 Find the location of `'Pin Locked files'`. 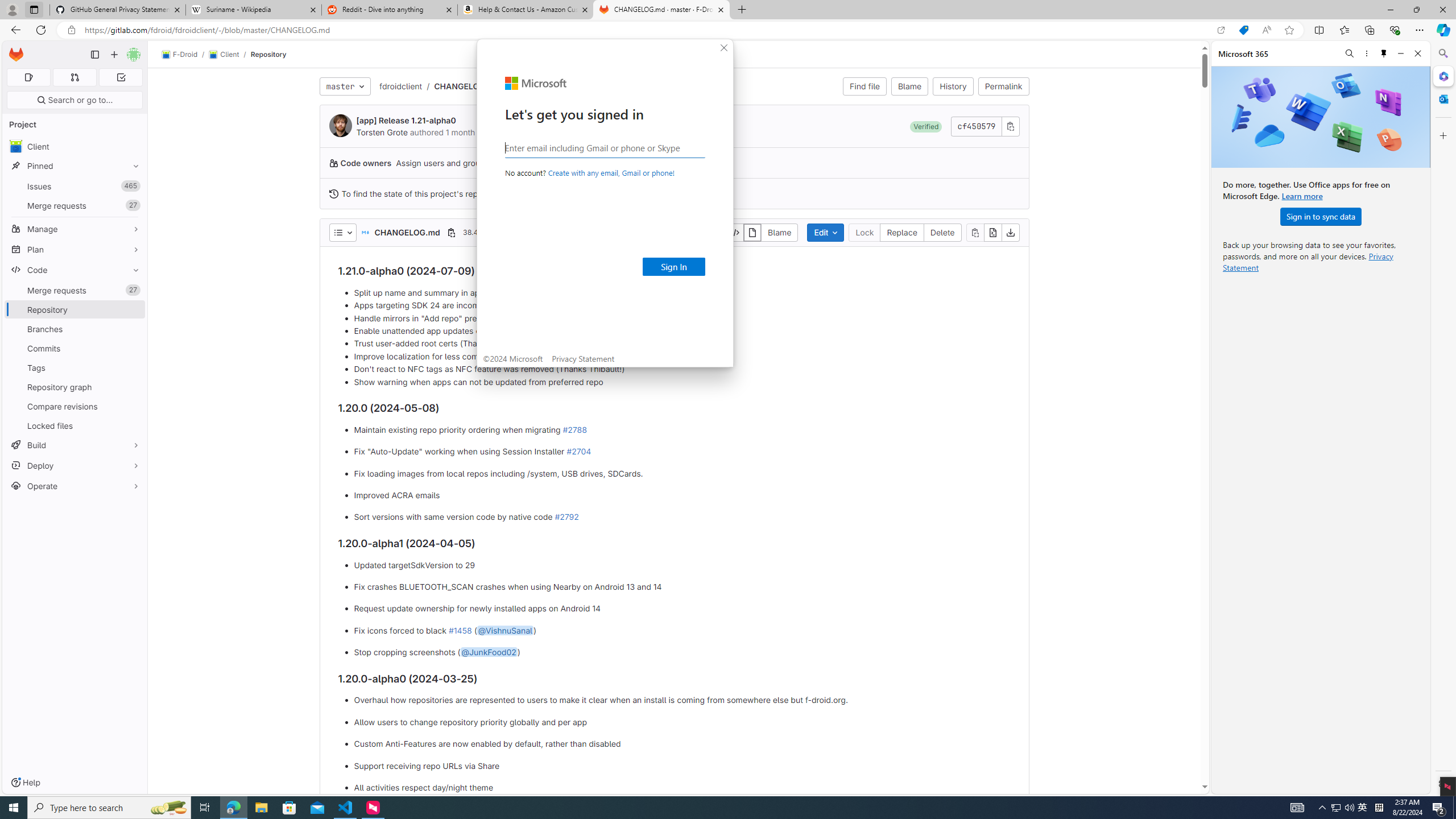

'Pin Locked files' is located at coordinates (133, 425).